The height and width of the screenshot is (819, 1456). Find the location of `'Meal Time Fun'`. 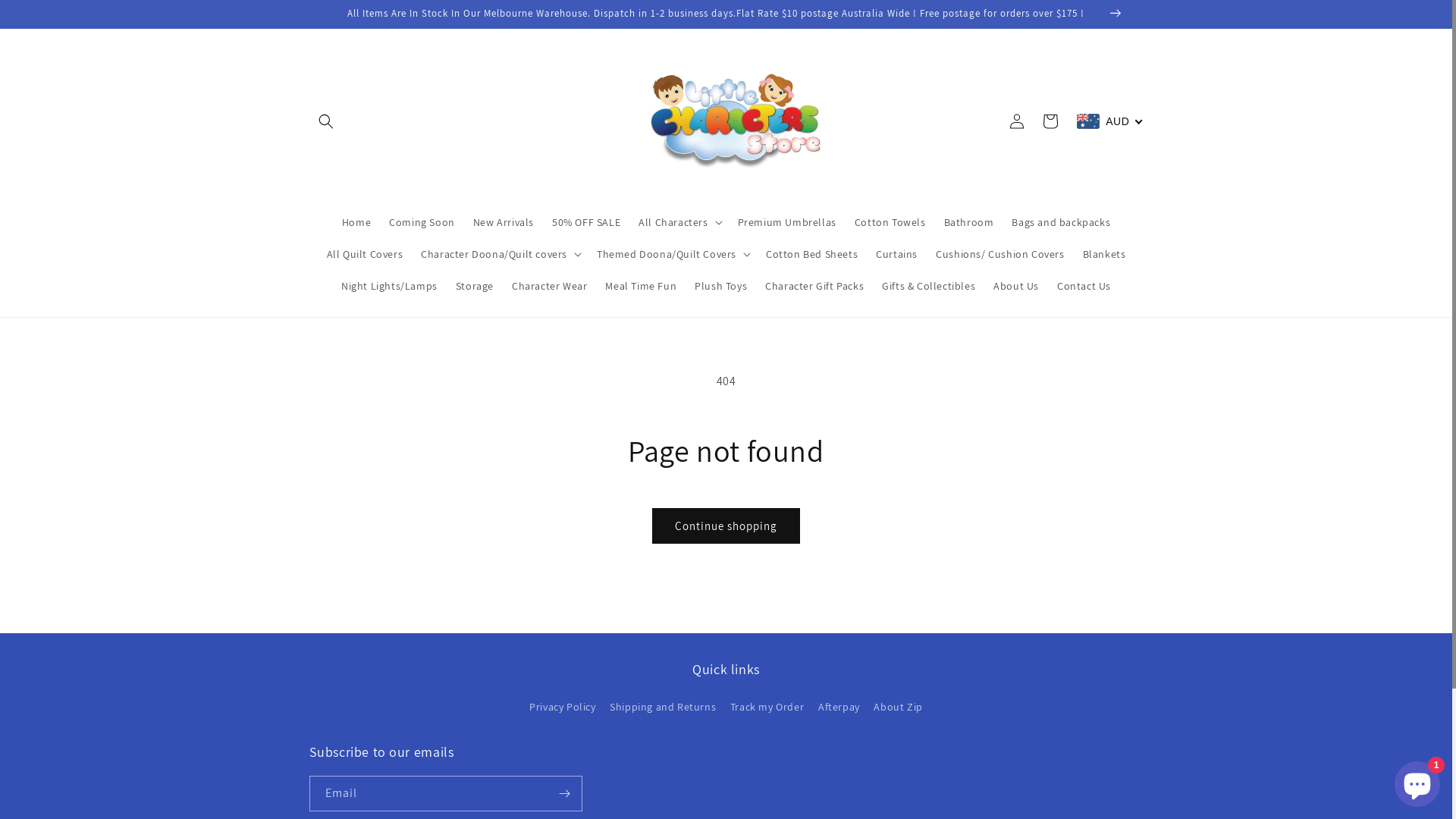

'Meal Time Fun' is located at coordinates (640, 286).